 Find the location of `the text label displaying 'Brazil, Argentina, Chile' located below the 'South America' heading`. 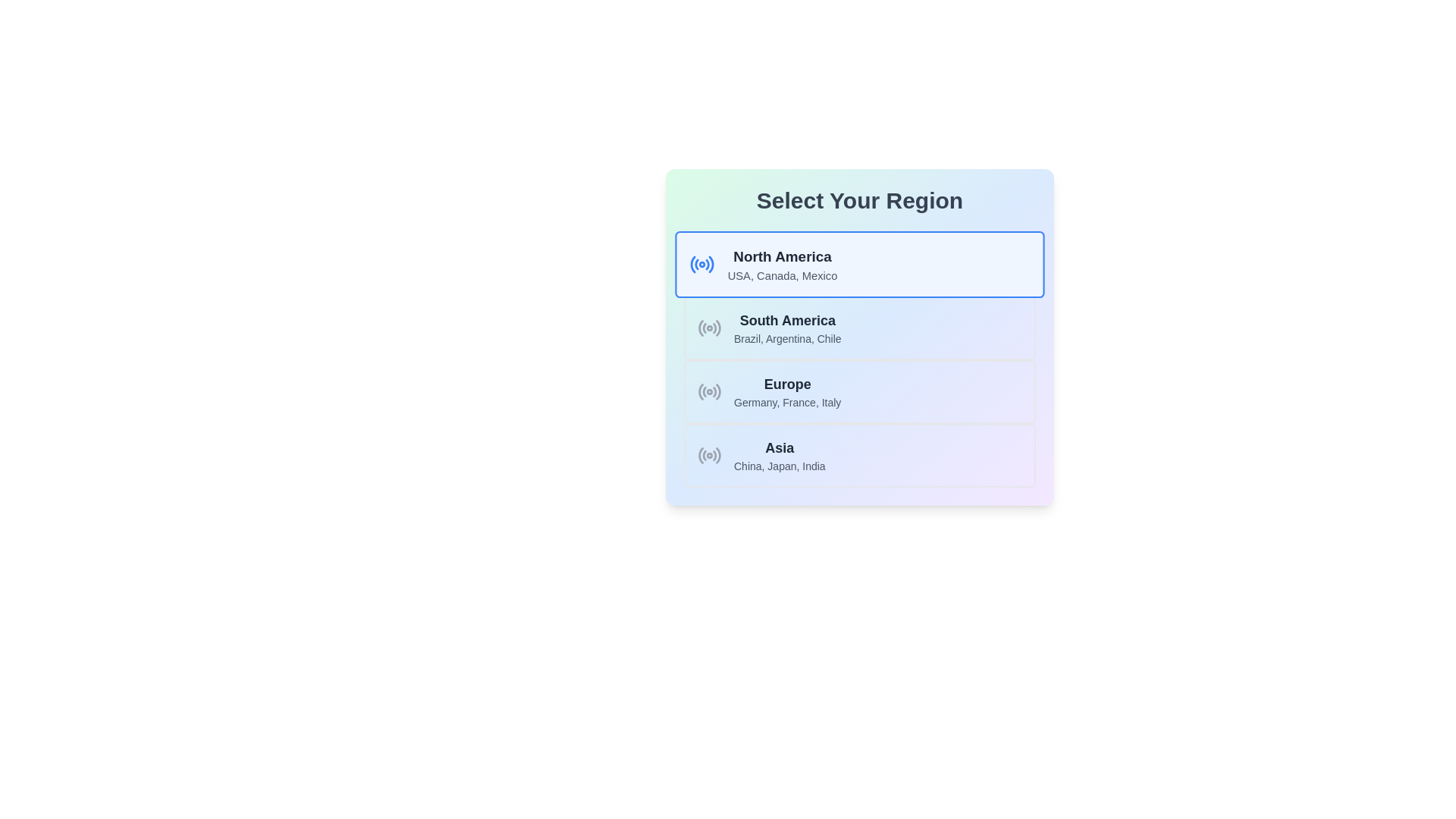

the text label displaying 'Brazil, Argentina, Chile' located below the 'South America' heading is located at coordinates (787, 338).